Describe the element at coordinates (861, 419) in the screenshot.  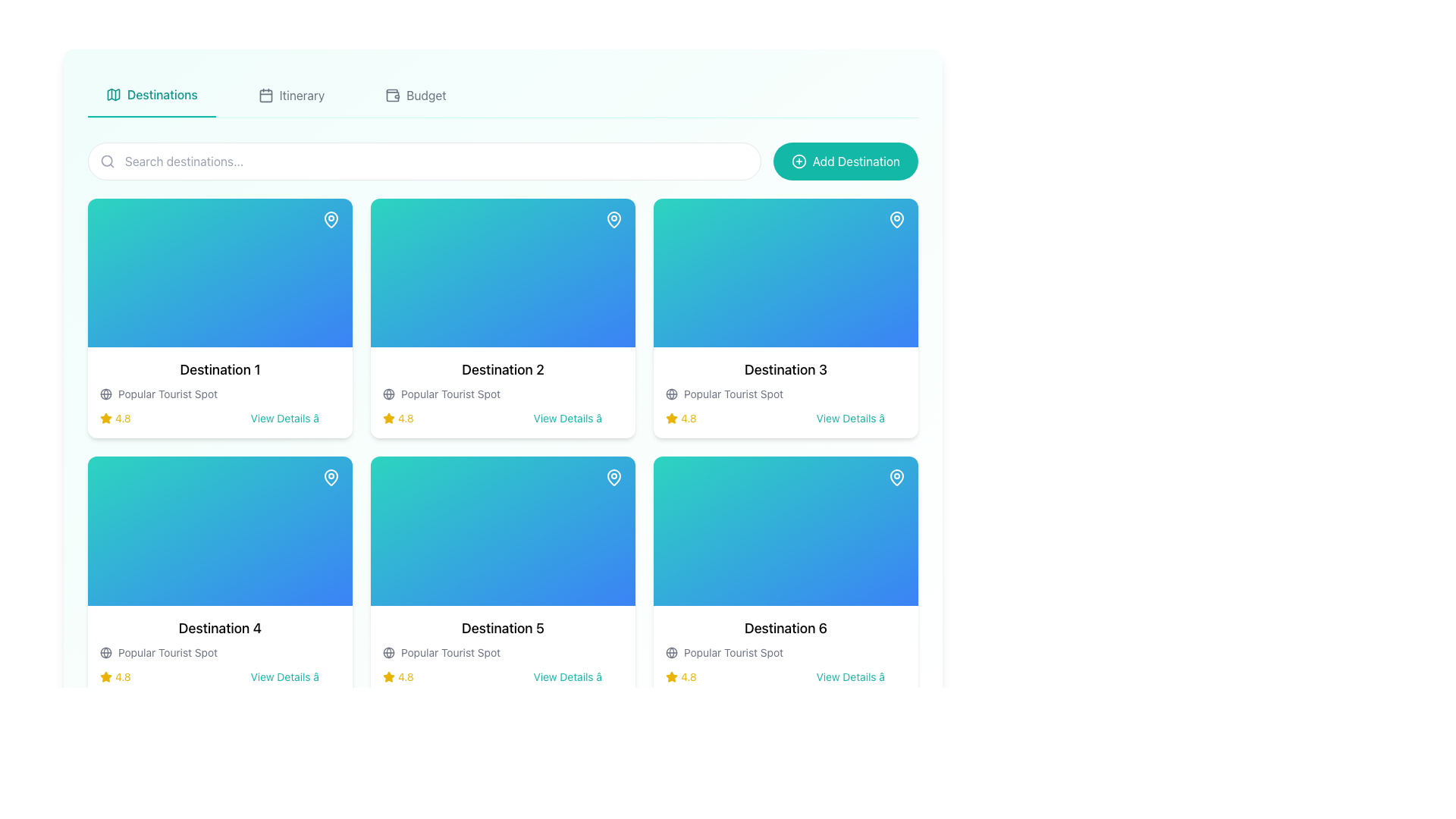
I see `the teal colored hyperlink labeled 'View Details →' located at the bottom-right corner of the card labeled 'Destination 3'` at that location.